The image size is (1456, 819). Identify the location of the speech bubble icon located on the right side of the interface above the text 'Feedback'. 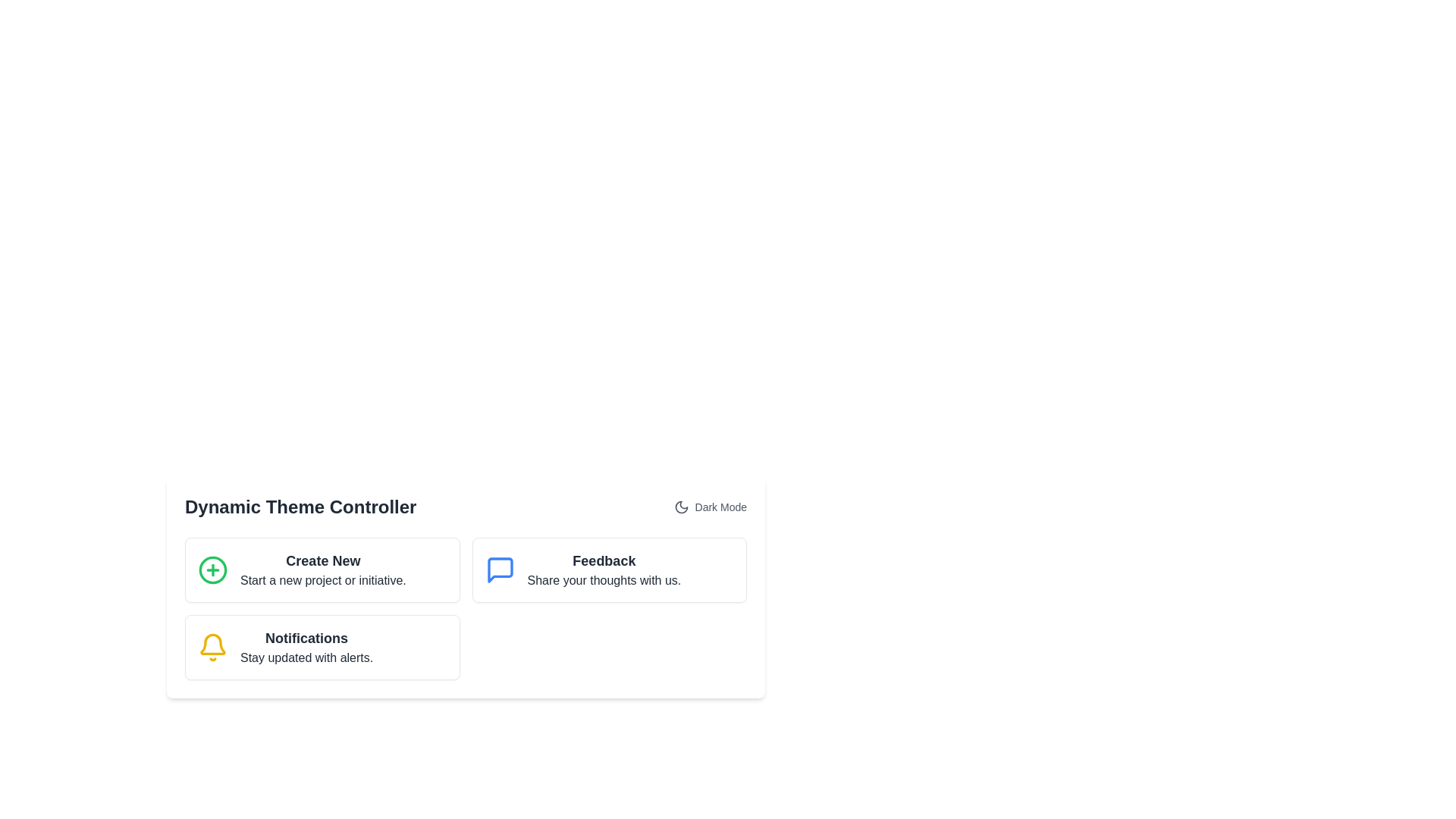
(500, 570).